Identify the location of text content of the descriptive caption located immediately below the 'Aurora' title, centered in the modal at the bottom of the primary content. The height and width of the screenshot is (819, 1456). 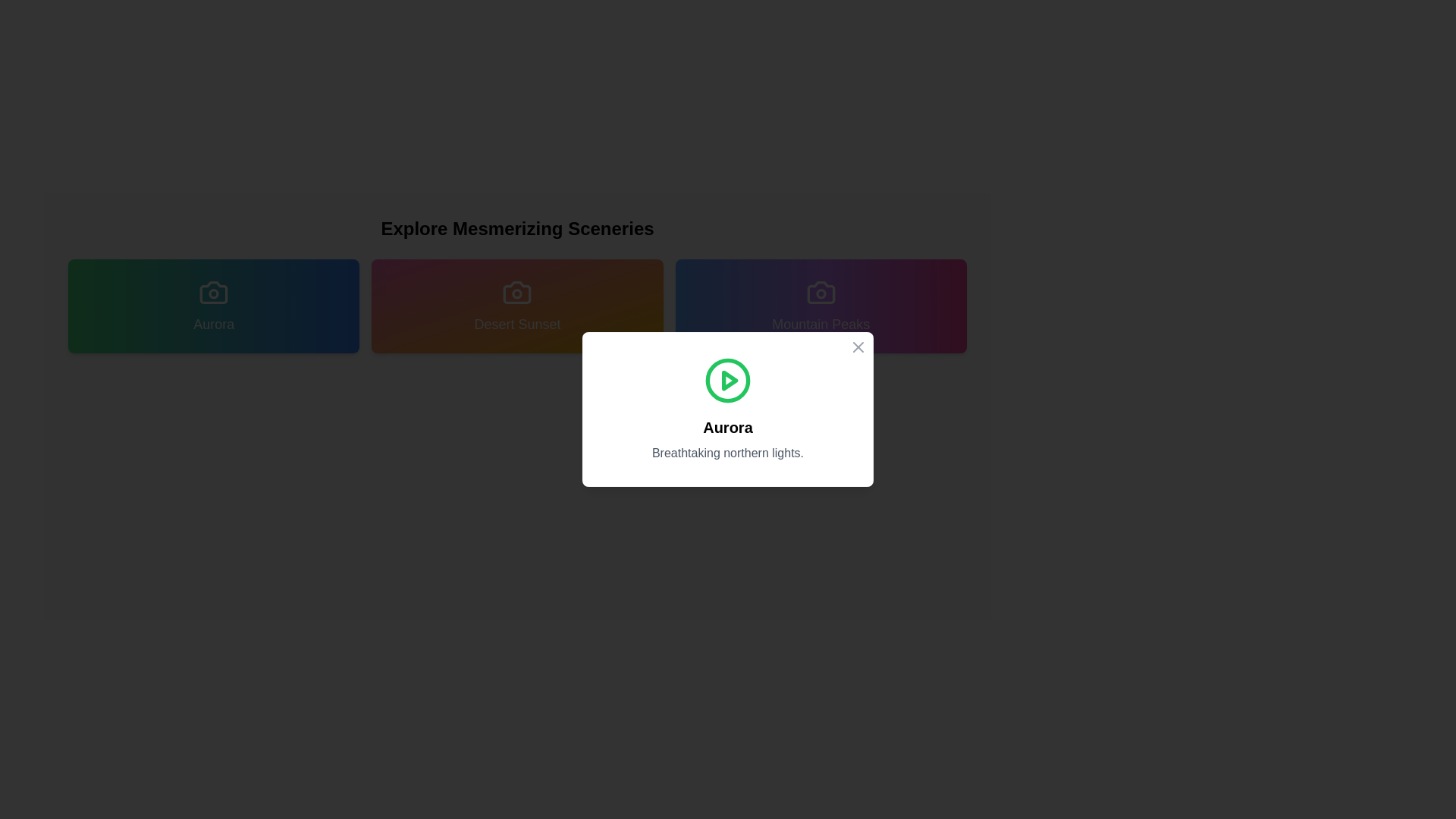
(728, 452).